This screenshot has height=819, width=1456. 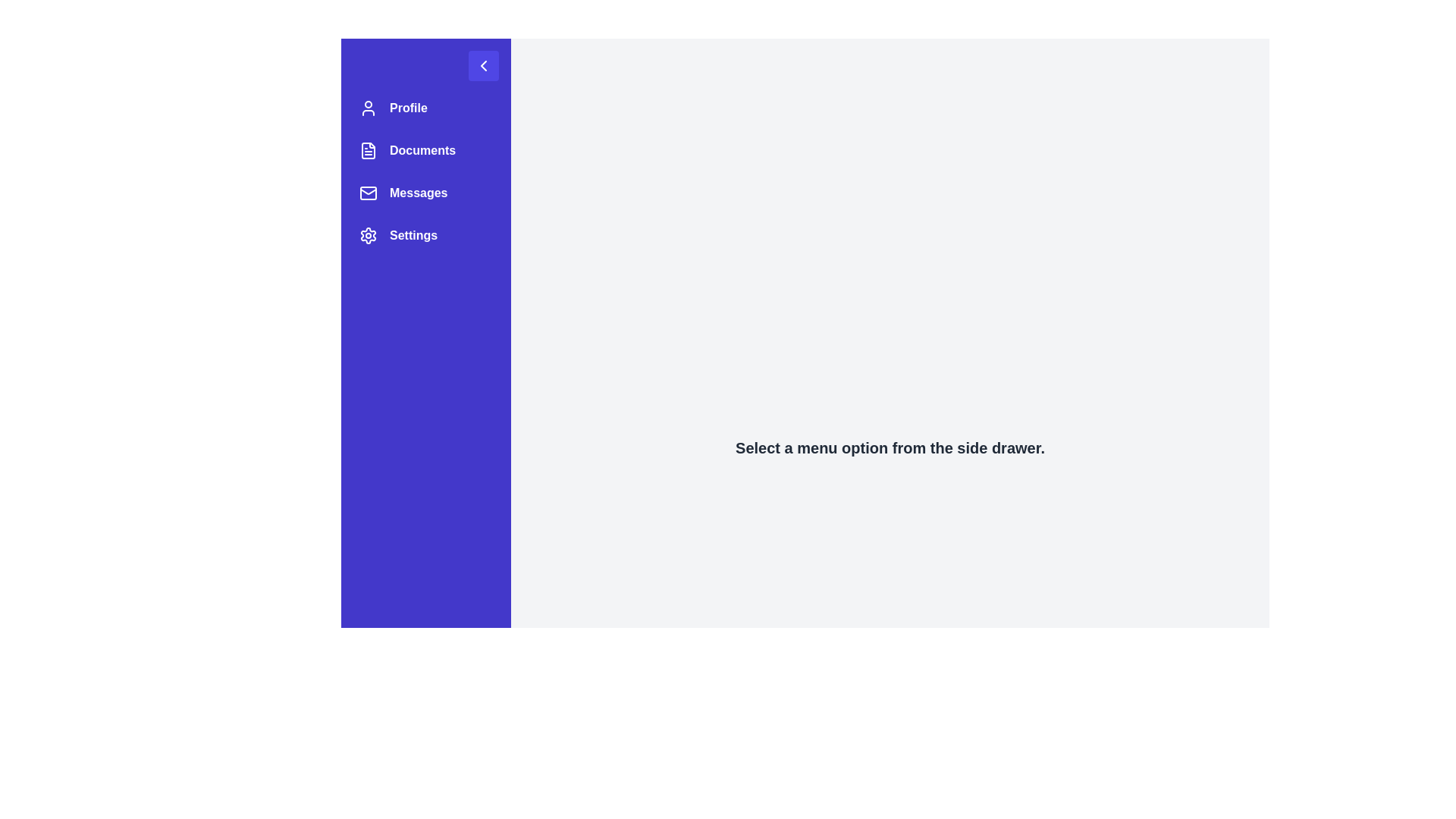 What do you see at coordinates (368, 236) in the screenshot?
I see `the gear icon in the settings option row of the vertical navigation menu on the left side` at bounding box center [368, 236].